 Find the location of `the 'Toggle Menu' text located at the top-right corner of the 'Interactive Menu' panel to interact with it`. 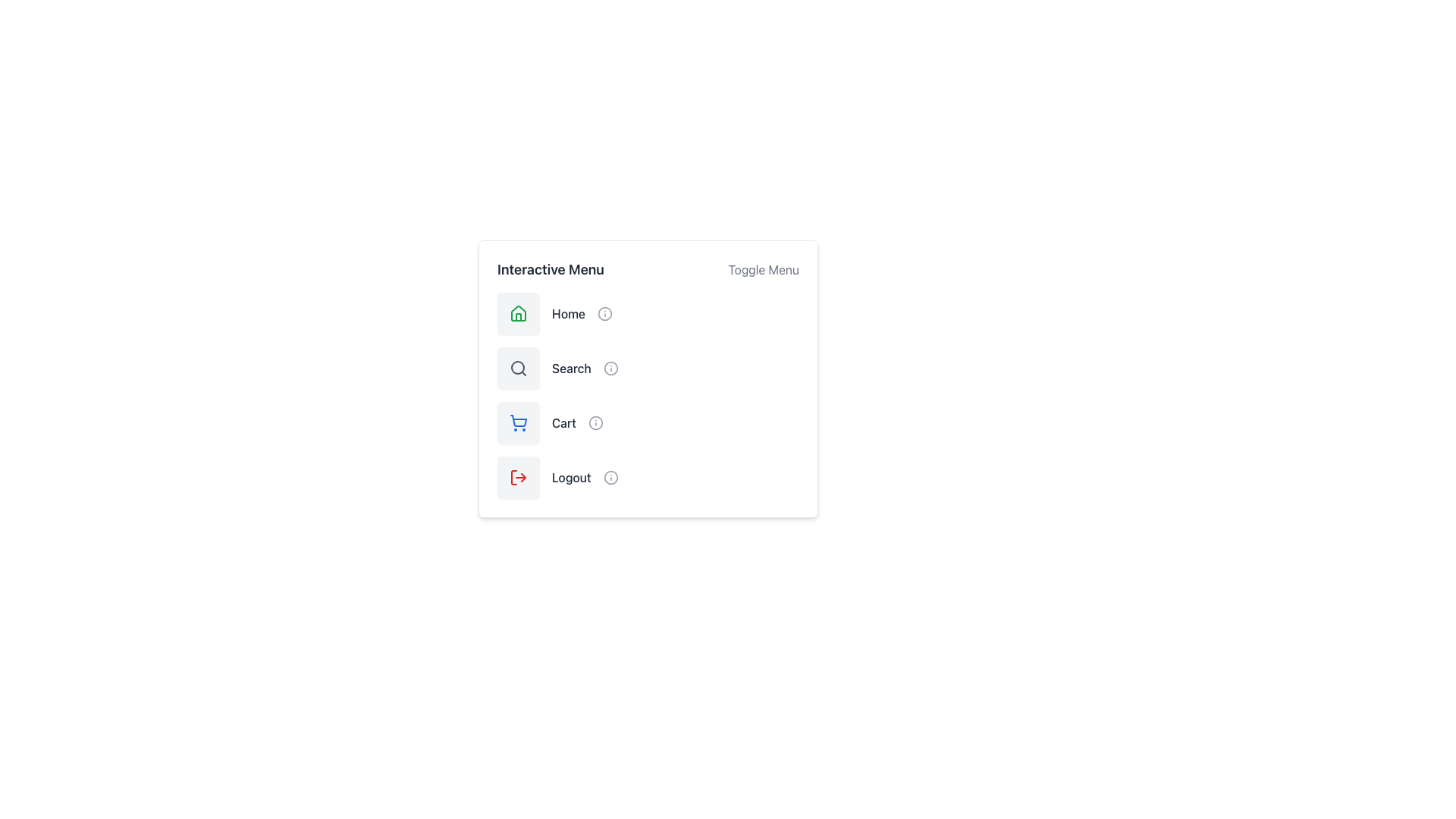

the 'Toggle Menu' text located at the top-right corner of the 'Interactive Menu' panel to interact with it is located at coordinates (764, 268).